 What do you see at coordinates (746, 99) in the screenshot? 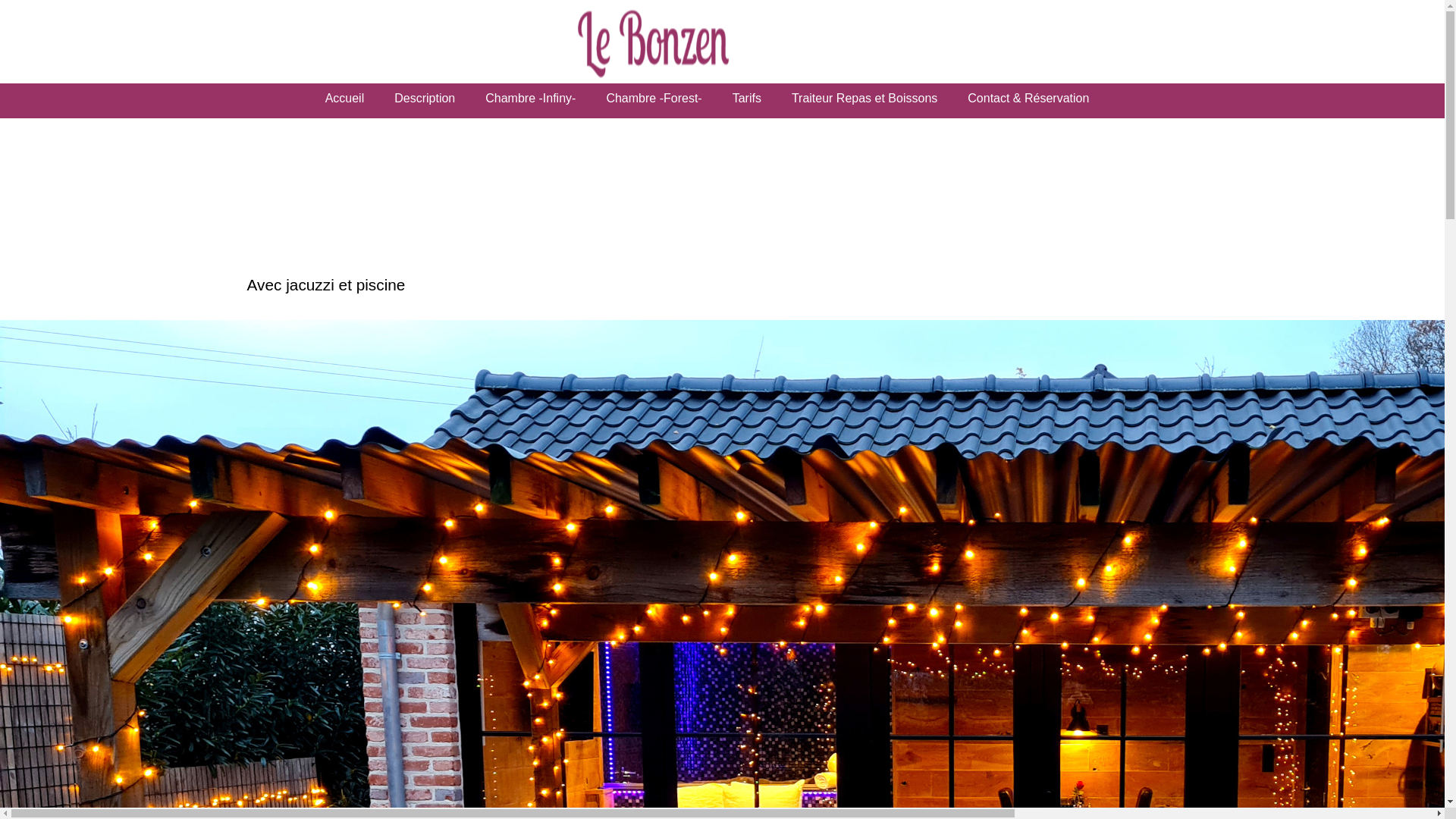
I see `'Tarifs'` at bounding box center [746, 99].